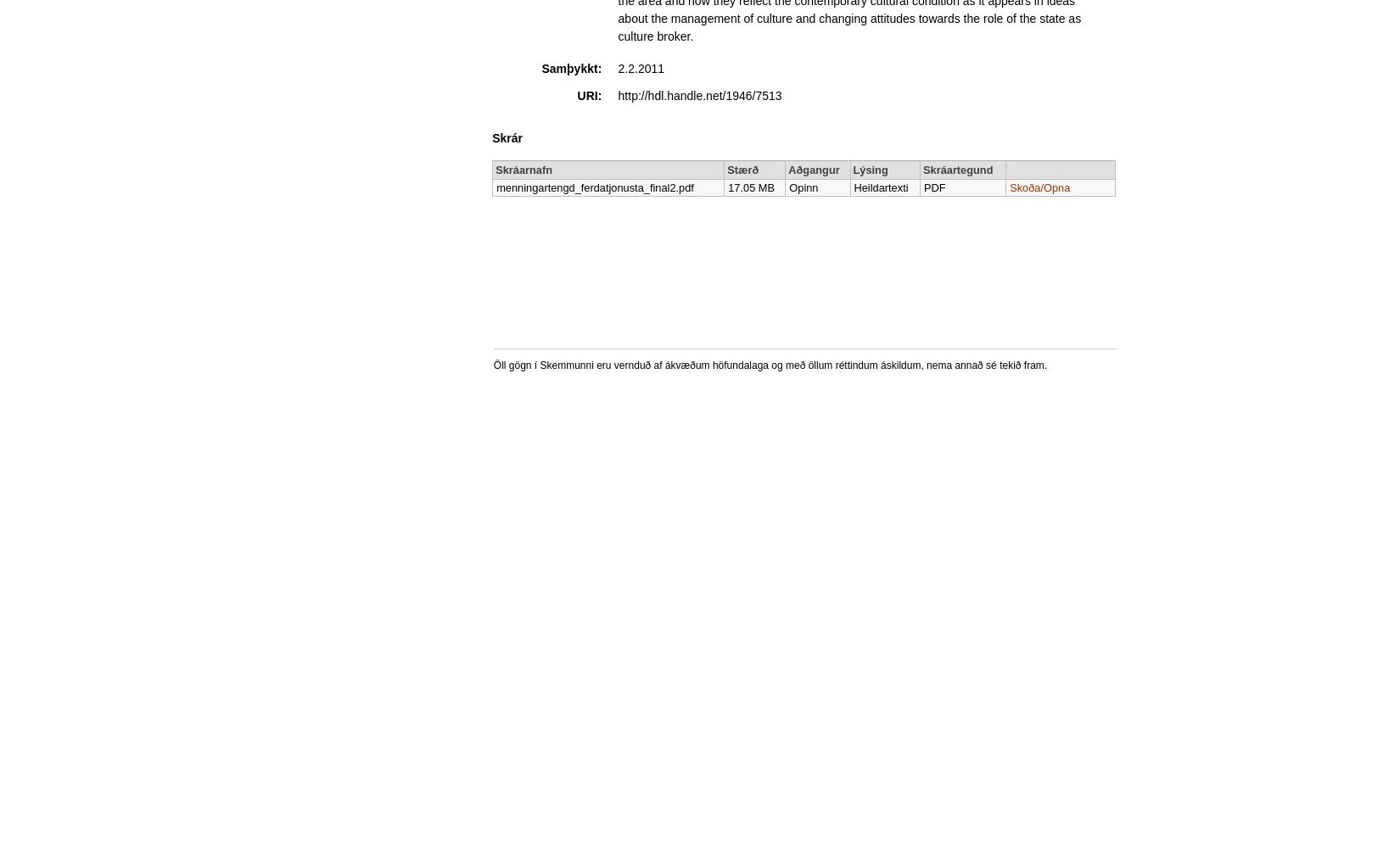  Describe the element at coordinates (506, 138) in the screenshot. I see `'Skrár'` at that location.